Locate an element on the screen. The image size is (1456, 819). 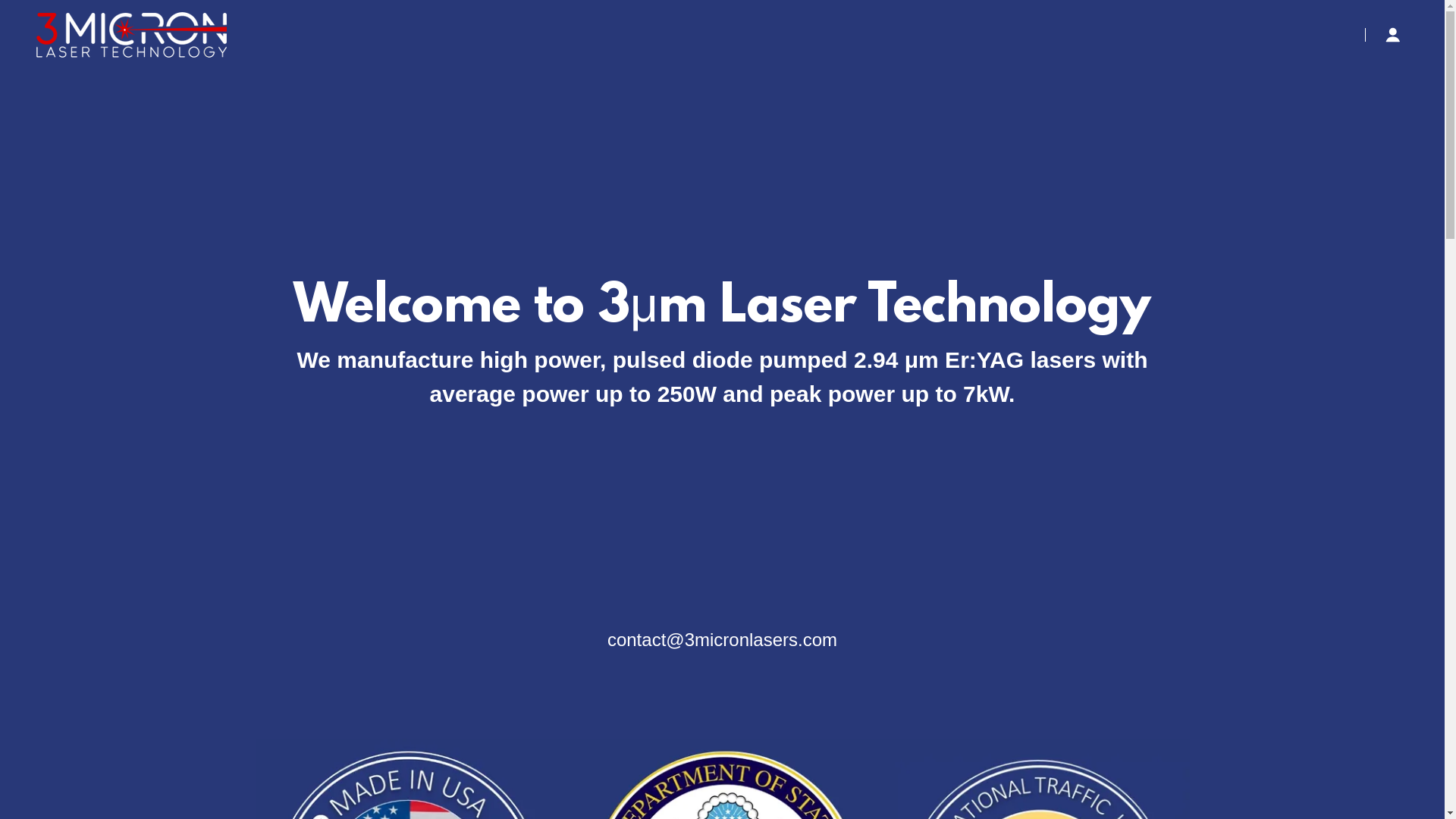
'contact@3micronlasers.com' is located at coordinates (721, 639).